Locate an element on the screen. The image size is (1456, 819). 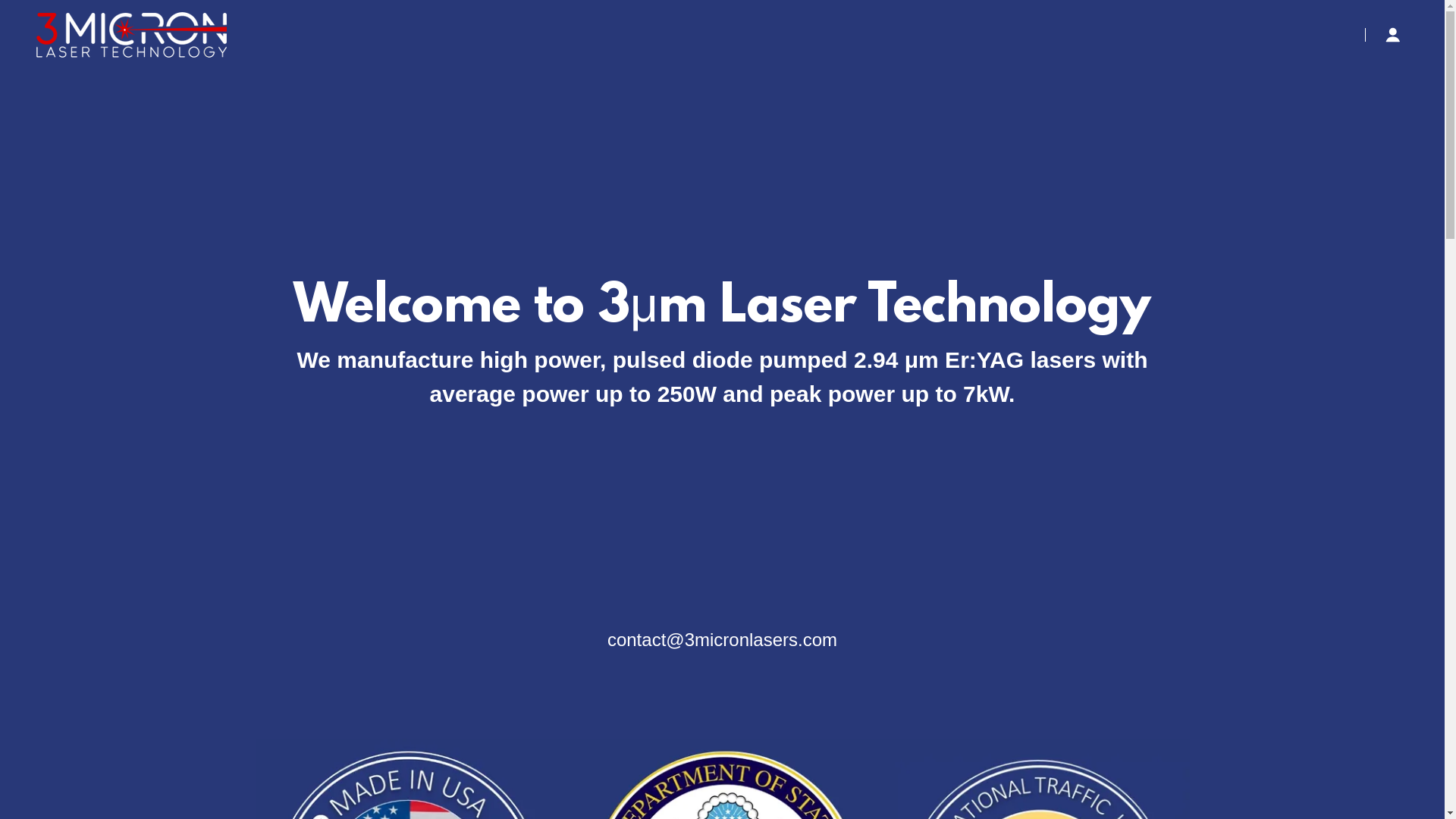
'contact@3micronlasers.com' is located at coordinates (721, 639).